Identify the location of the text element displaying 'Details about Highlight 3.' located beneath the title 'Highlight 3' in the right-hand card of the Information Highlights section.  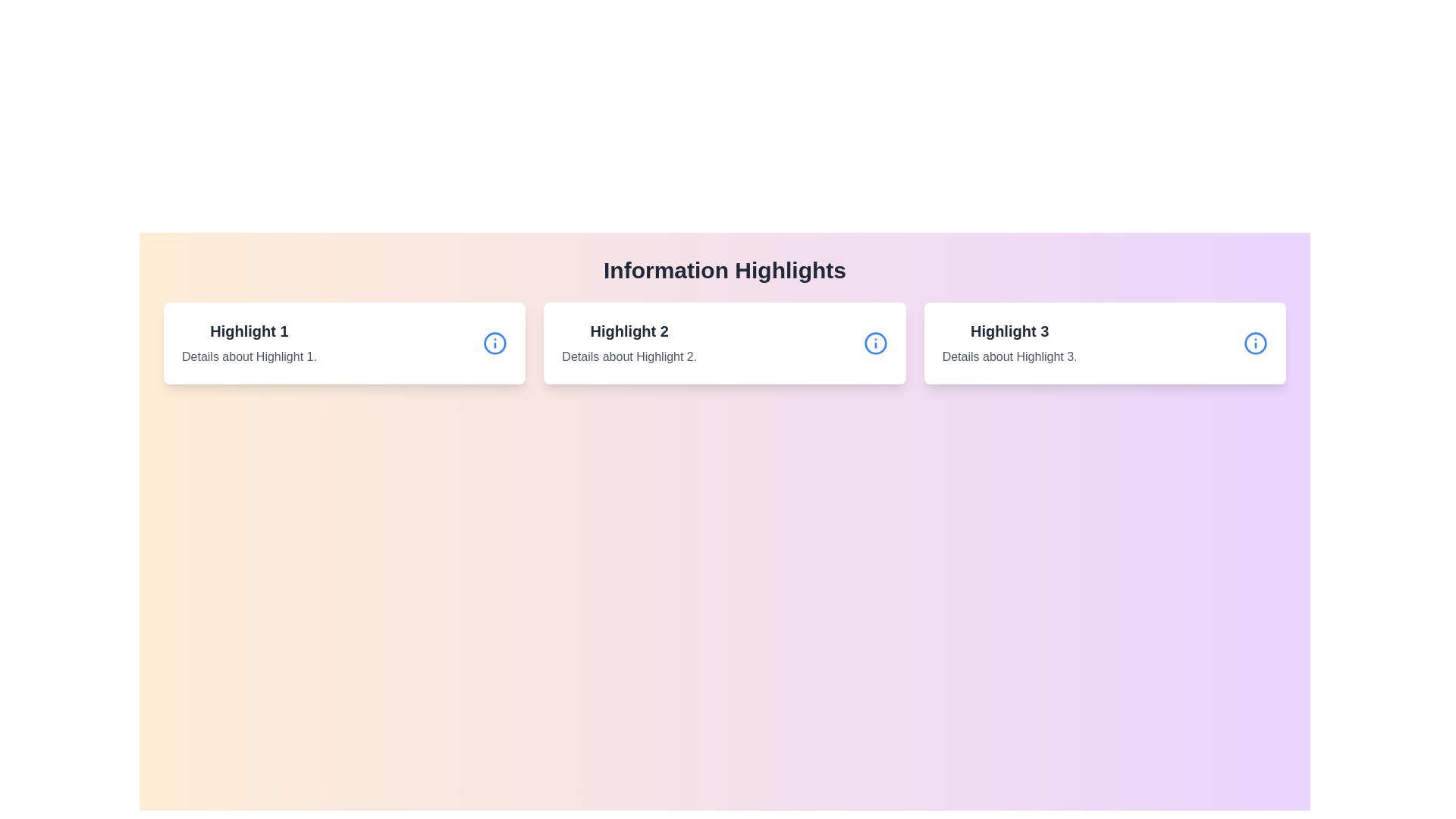
(1009, 356).